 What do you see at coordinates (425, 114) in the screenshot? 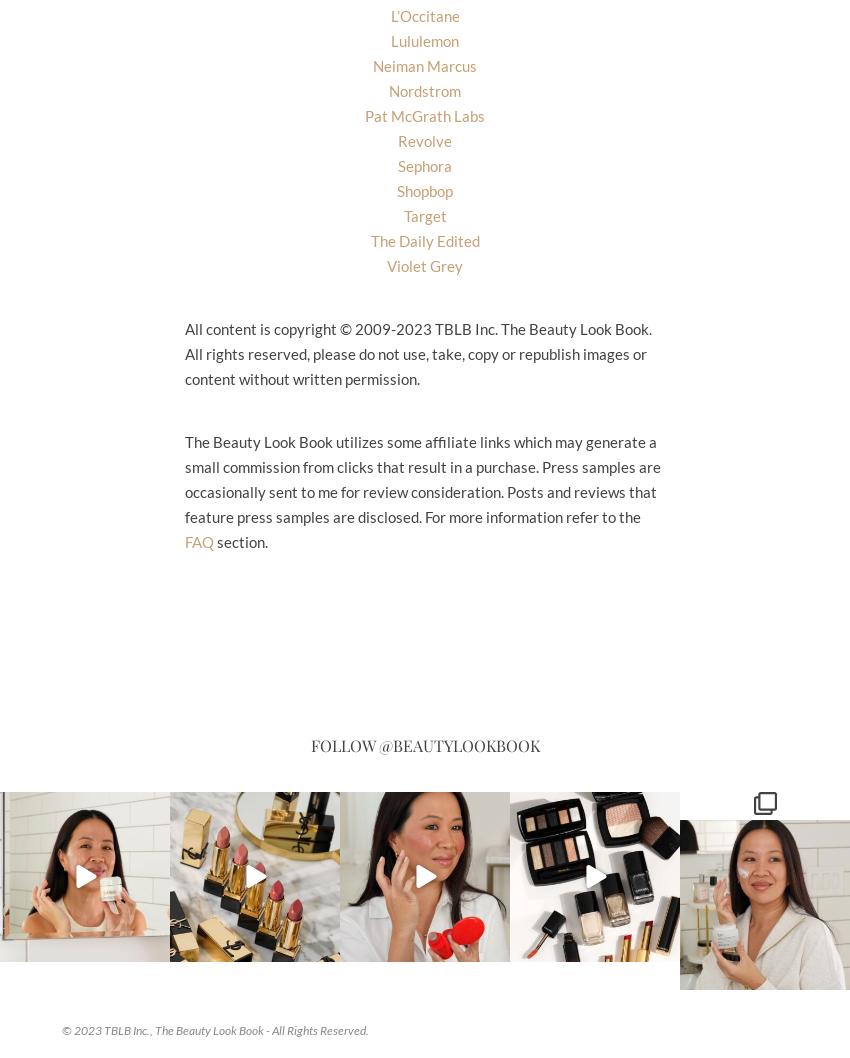
I see `'Pat McGrath Labs'` at bounding box center [425, 114].